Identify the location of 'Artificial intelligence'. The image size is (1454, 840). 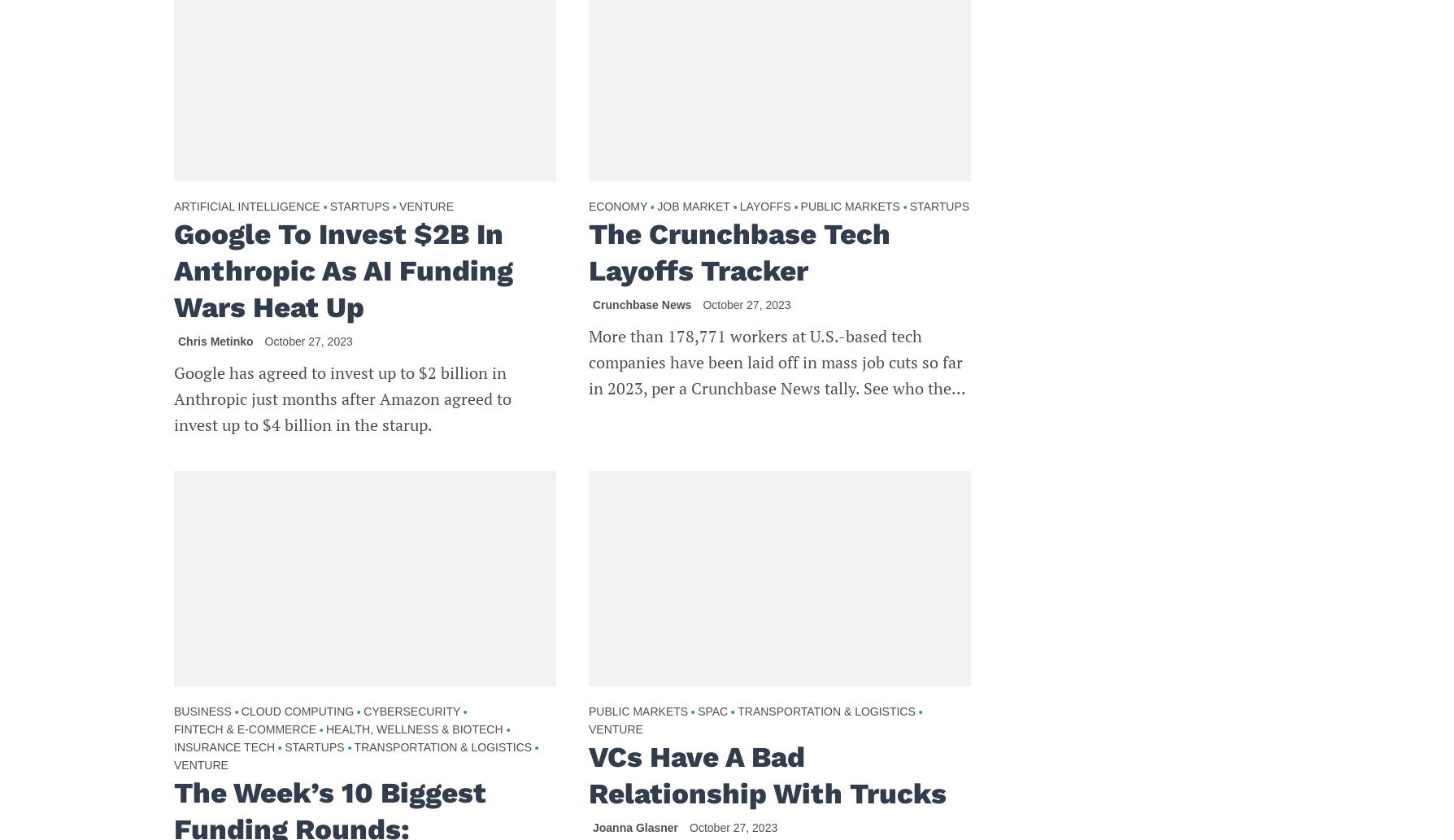
(246, 204).